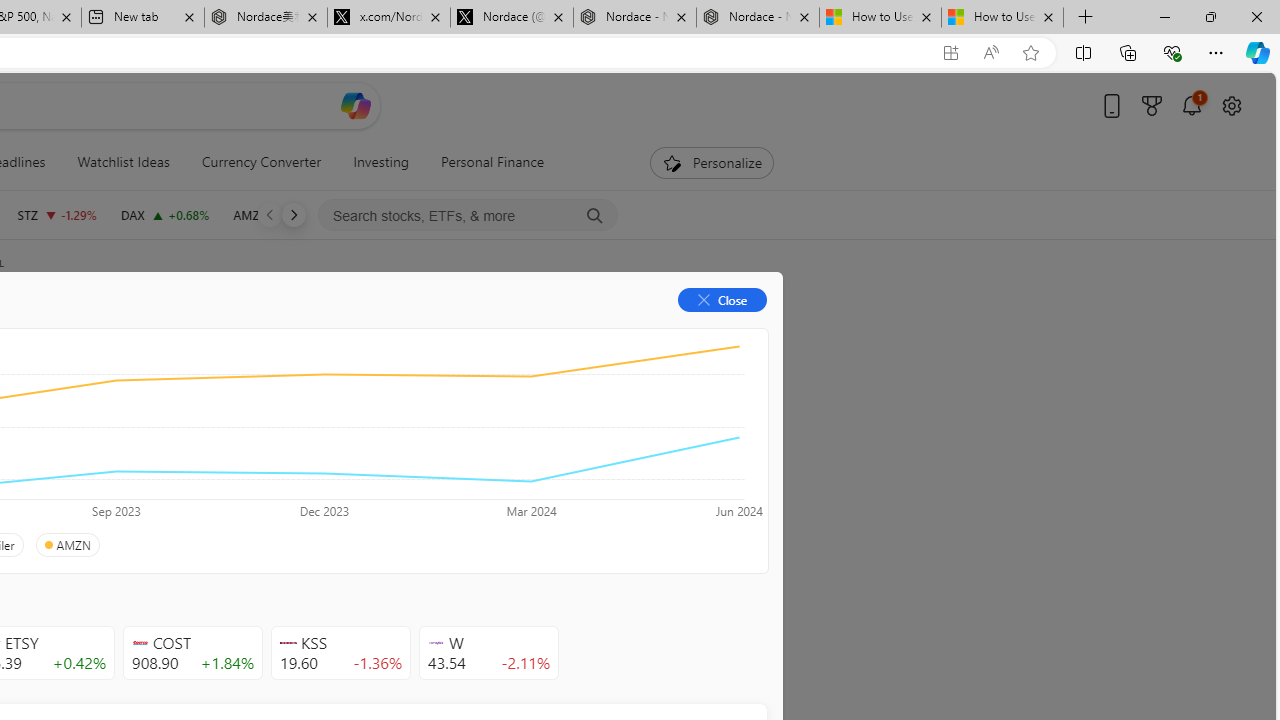 Image resolution: width=1280 pixels, height=720 pixels. Describe the element at coordinates (950, 52) in the screenshot. I see `'App available. Install Start Money'` at that location.